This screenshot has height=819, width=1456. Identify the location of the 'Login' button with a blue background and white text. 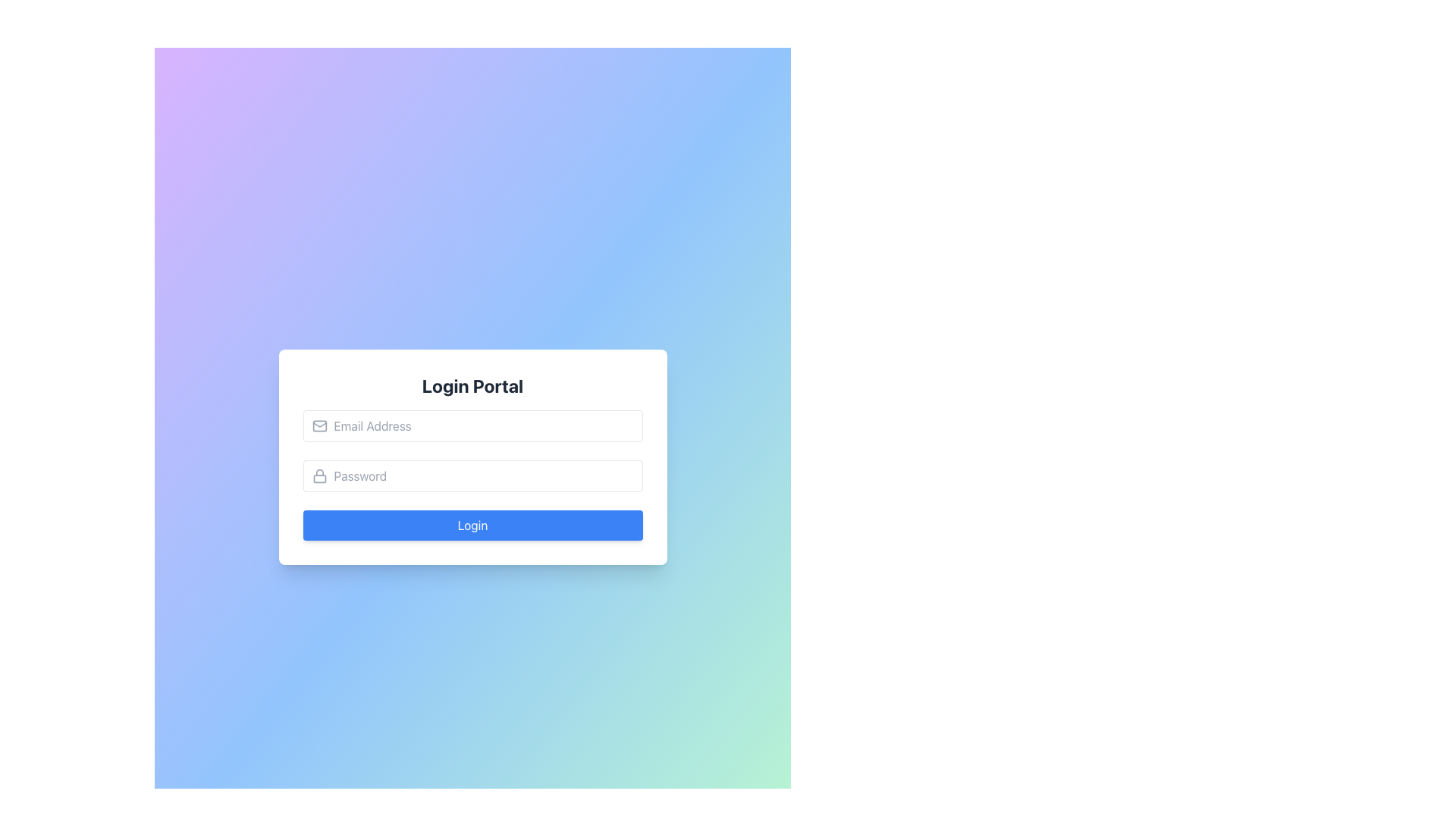
(472, 525).